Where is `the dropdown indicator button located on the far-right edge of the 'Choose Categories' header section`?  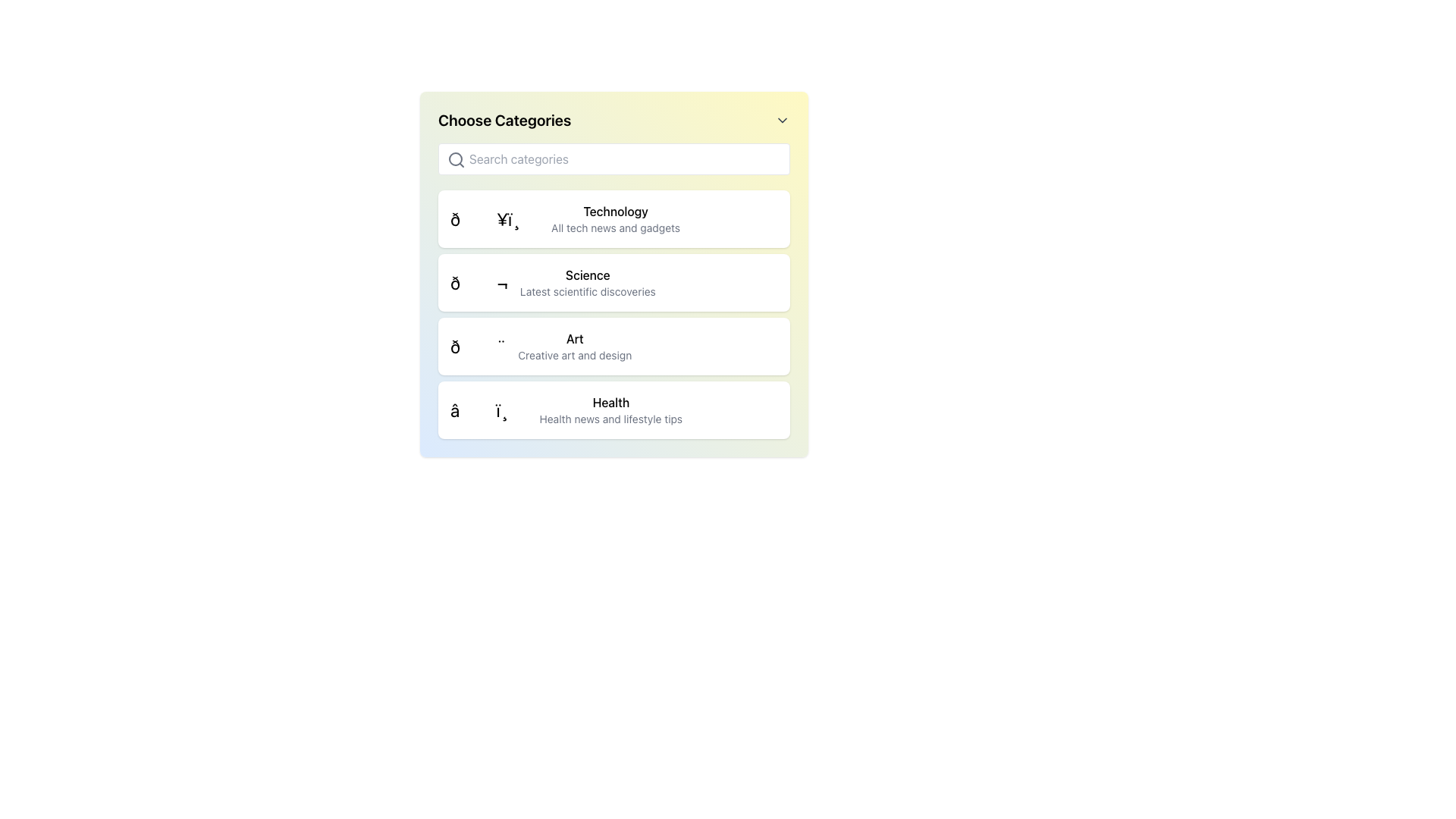 the dropdown indicator button located on the far-right edge of the 'Choose Categories' header section is located at coordinates (783, 119).